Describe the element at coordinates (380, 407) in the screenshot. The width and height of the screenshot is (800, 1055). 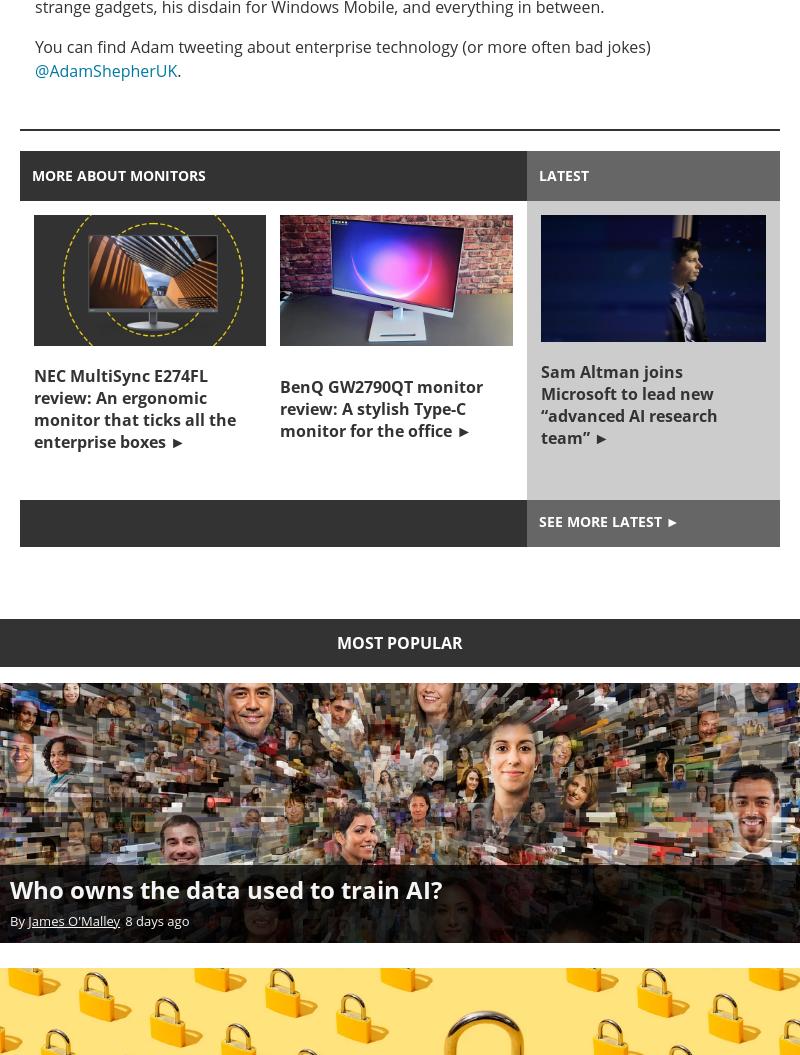
I see `'BenQ GW2790QT monitor review: A stylish Type-C monitor for the office'` at that location.